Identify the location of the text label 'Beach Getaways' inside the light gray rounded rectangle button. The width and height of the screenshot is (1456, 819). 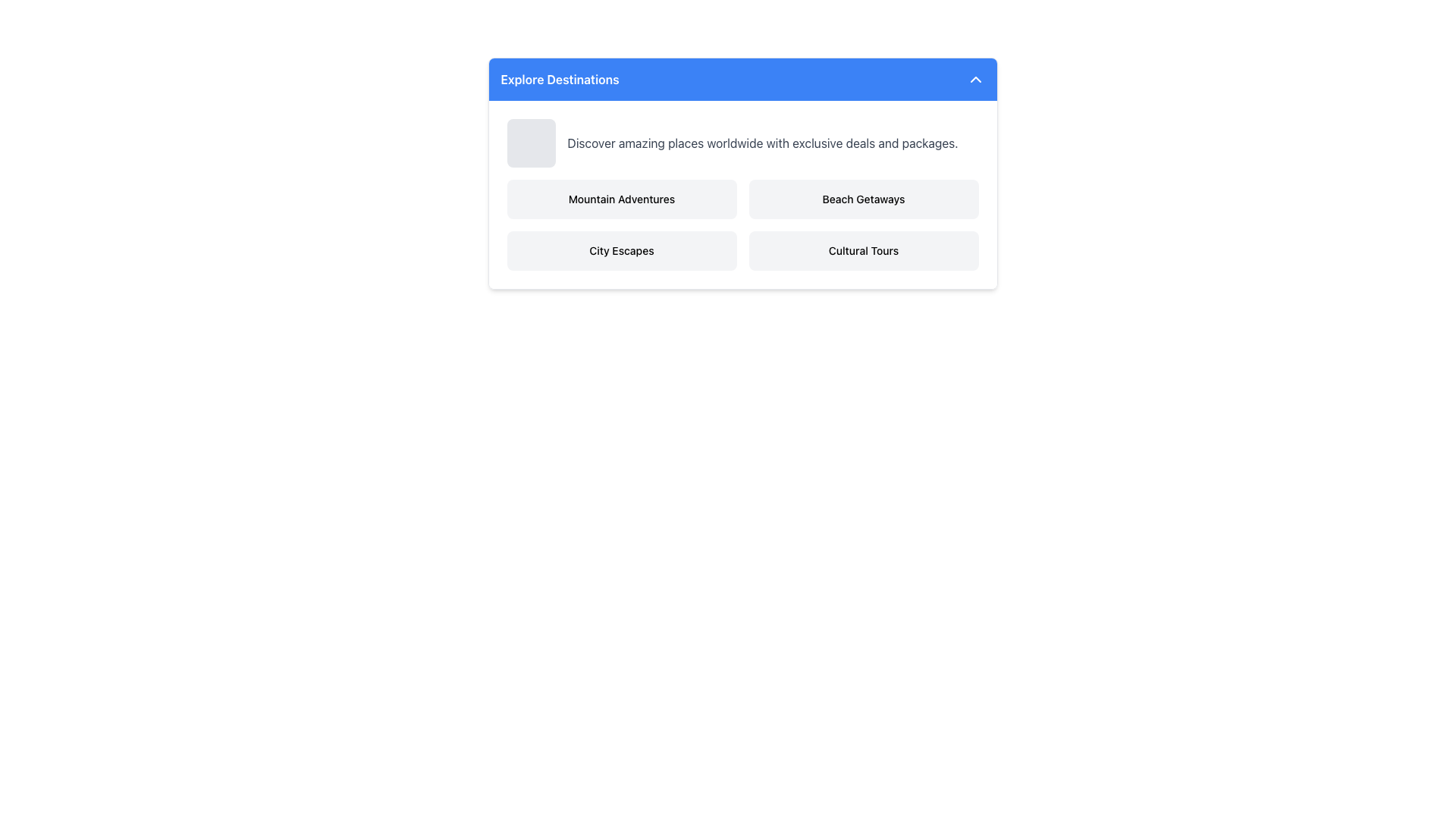
(863, 198).